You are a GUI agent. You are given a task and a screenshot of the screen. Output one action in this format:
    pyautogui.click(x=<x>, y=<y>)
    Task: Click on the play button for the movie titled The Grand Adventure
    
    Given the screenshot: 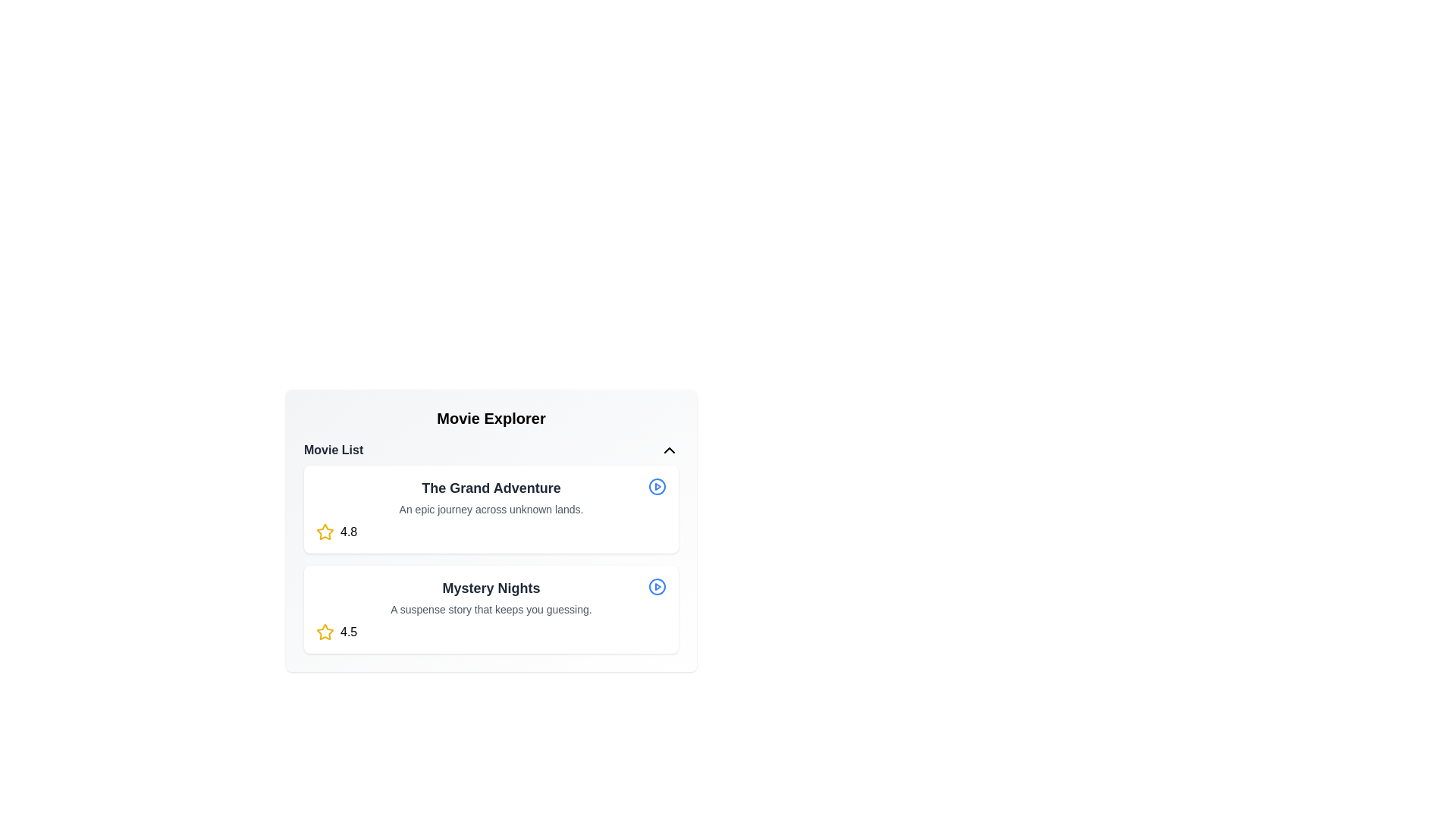 What is the action you would take?
    pyautogui.click(x=657, y=486)
    